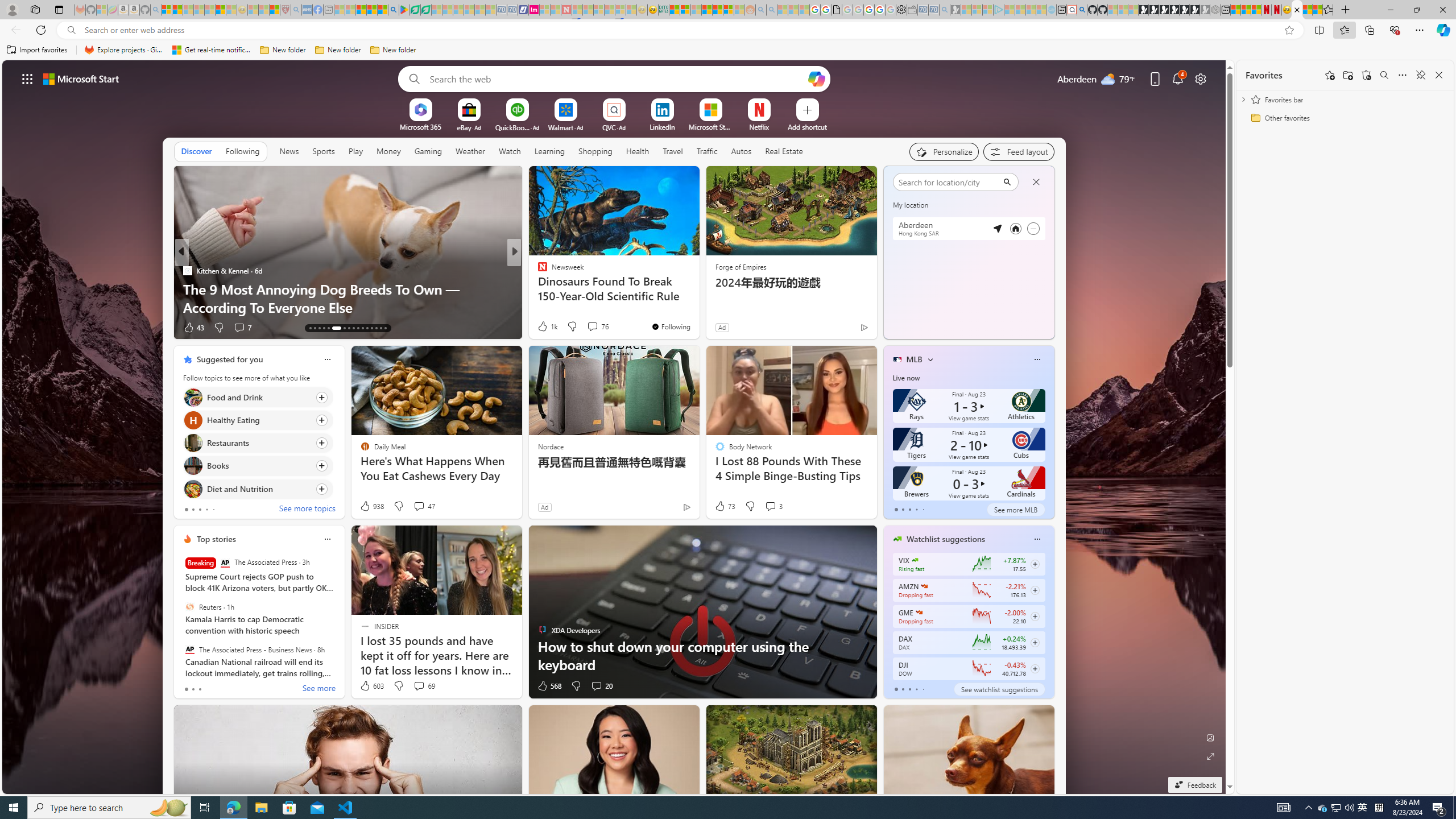  Describe the element at coordinates (543, 327) in the screenshot. I see `'85 Like'` at that location.